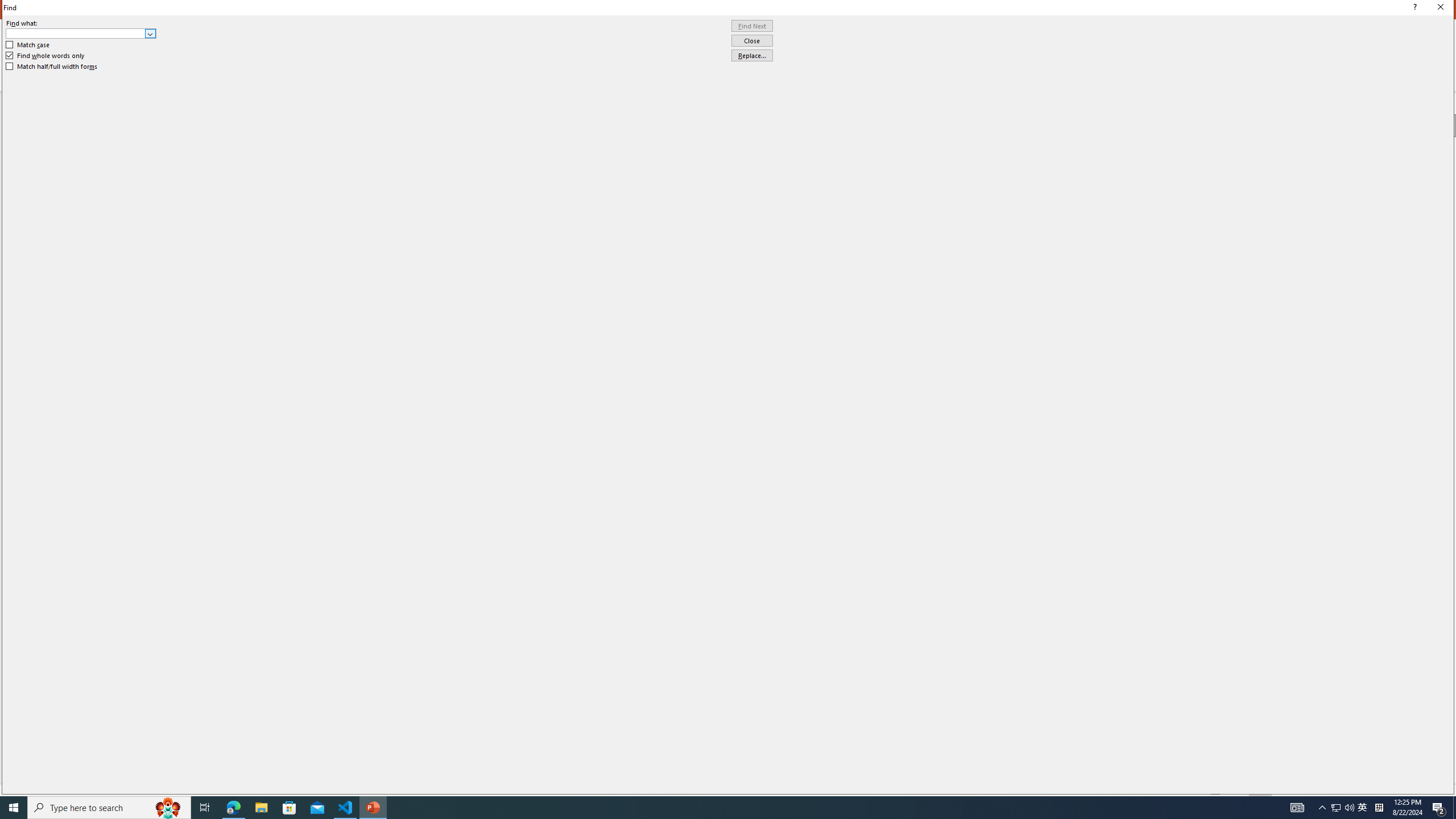 This screenshot has width=1456, height=819. Describe the element at coordinates (45, 55) in the screenshot. I see `'Find whole words only'` at that location.